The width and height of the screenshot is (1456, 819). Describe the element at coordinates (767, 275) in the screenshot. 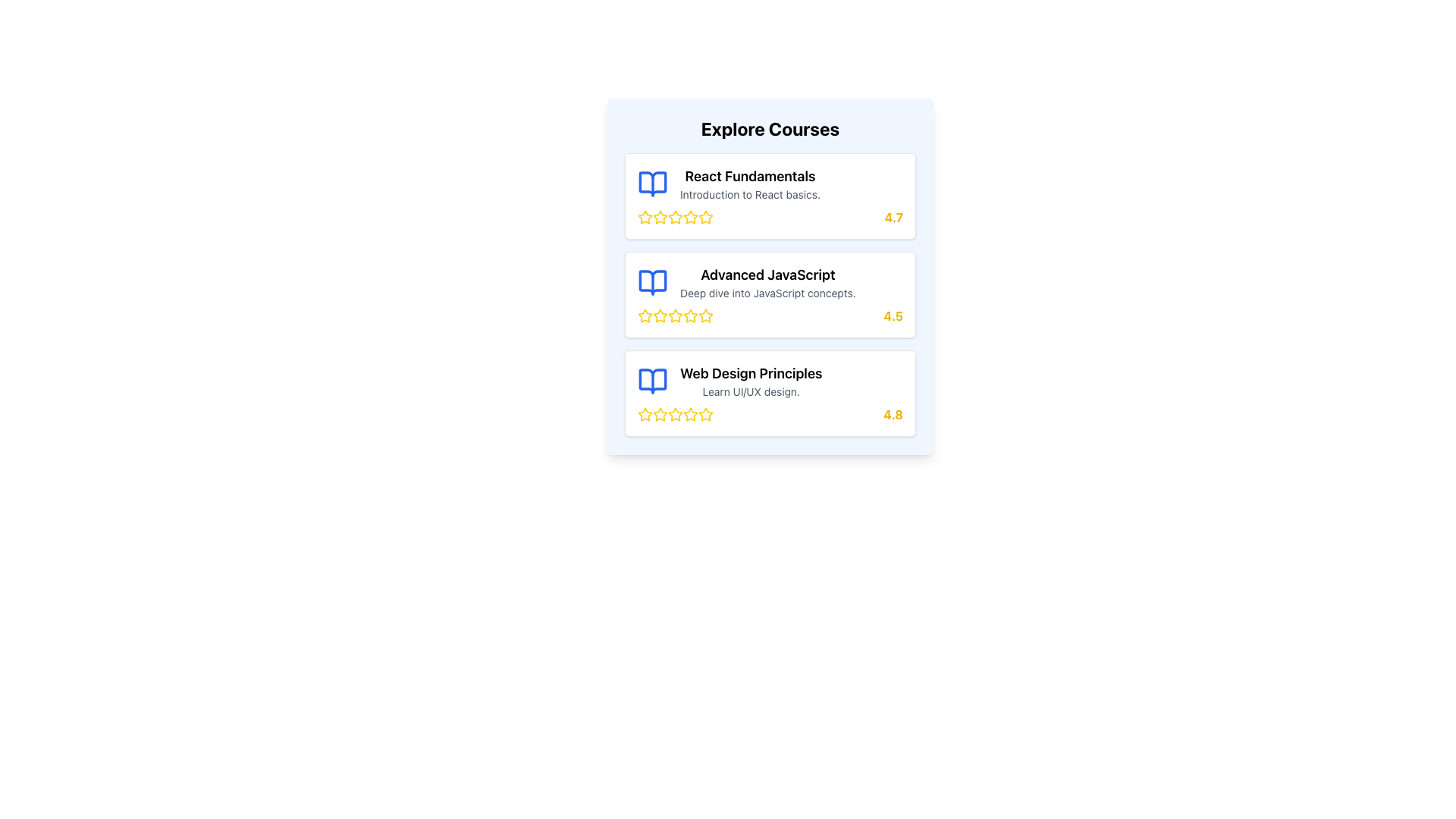

I see `the text element displaying the title 'Advanced JavaScript', which is styled in bold and larger size, located centrally in the second course item of a vertical list` at that location.